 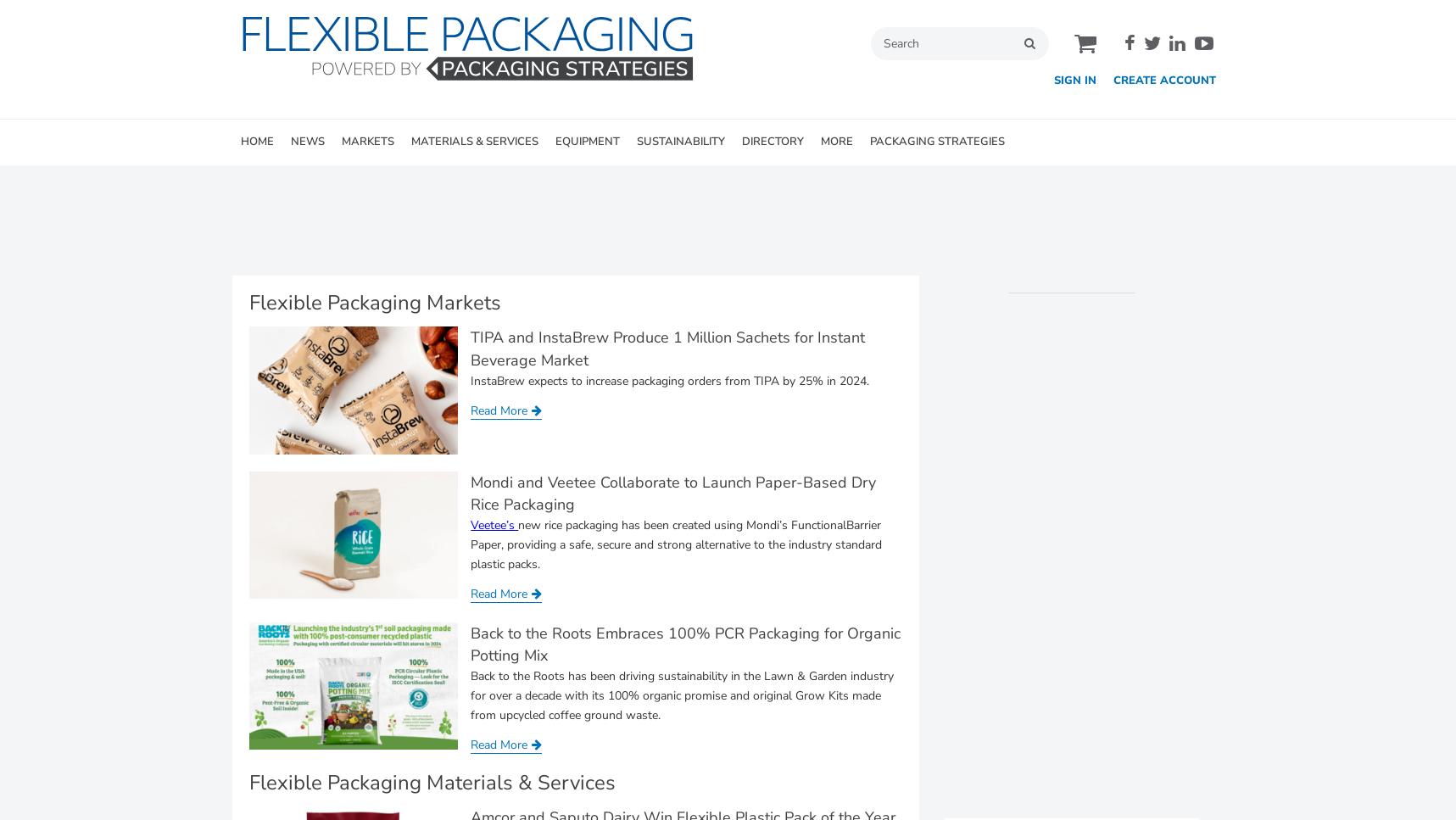 What do you see at coordinates (431, 783) in the screenshot?
I see `'Flexible Packaging Materials & Services'` at bounding box center [431, 783].